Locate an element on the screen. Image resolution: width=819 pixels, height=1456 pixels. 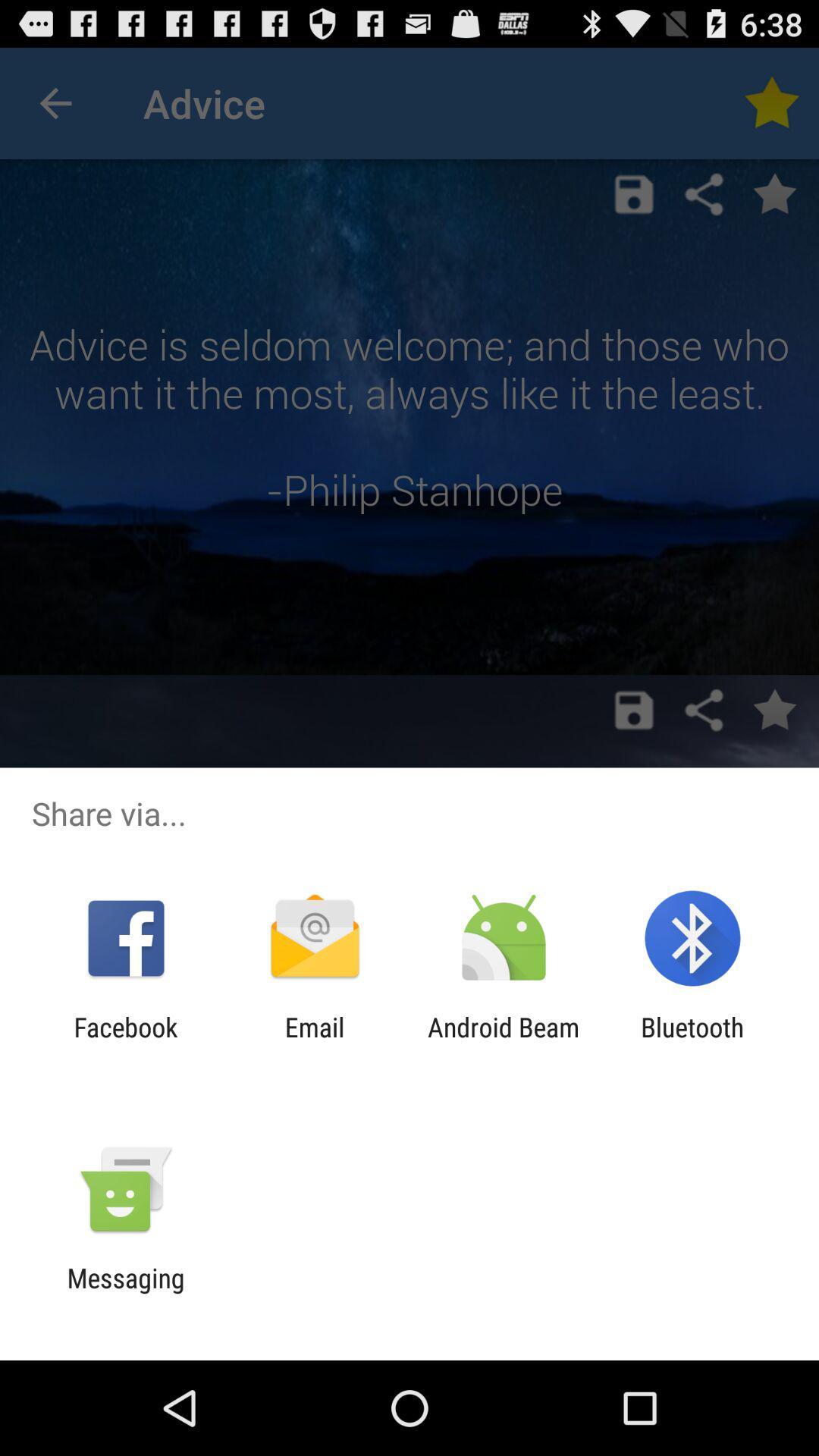
the item to the left of email icon is located at coordinates (125, 1042).